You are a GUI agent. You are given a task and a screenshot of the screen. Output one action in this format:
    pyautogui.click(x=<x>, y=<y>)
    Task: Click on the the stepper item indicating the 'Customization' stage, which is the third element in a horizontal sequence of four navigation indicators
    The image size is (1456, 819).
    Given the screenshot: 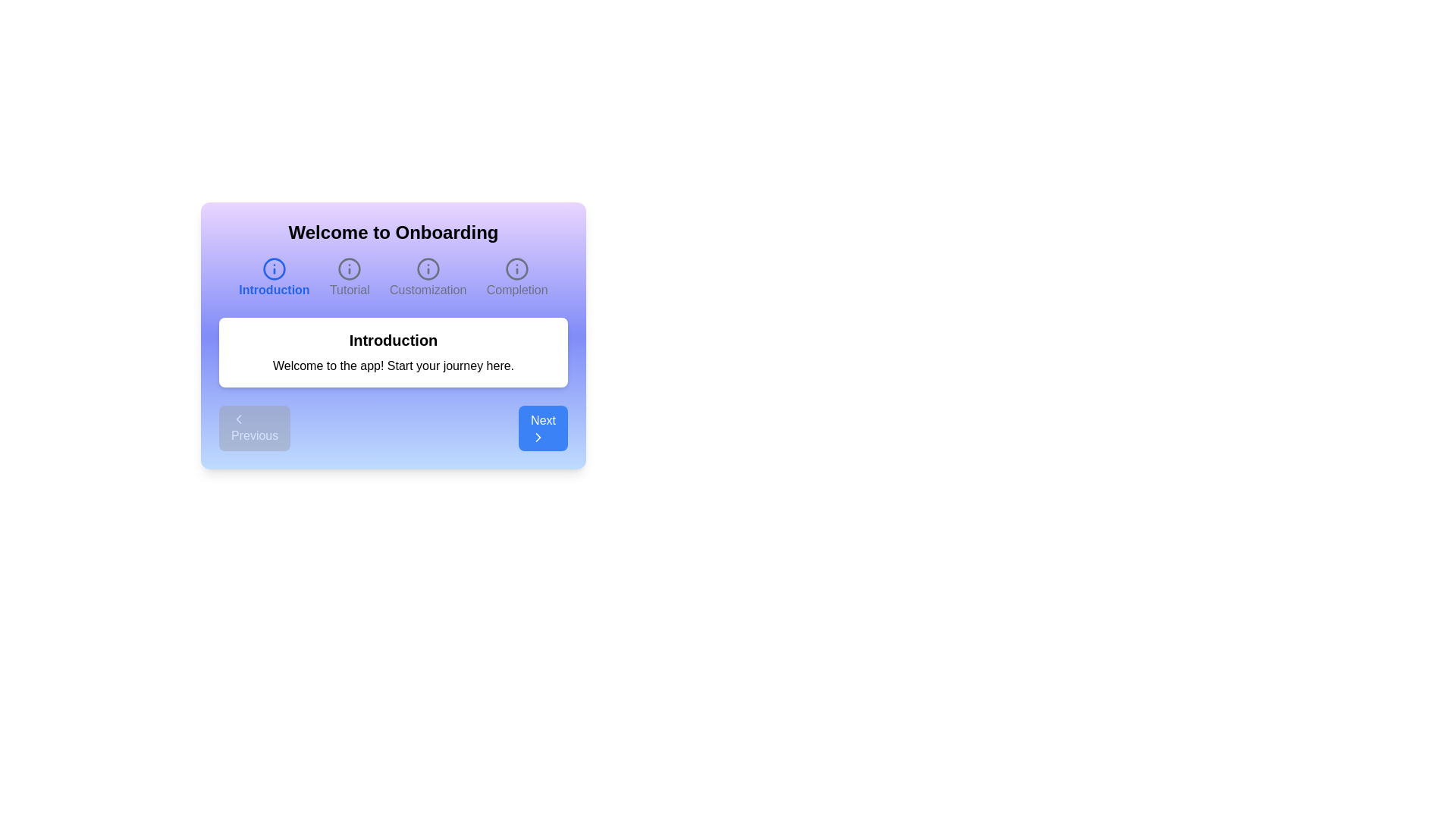 What is the action you would take?
    pyautogui.click(x=427, y=278)
    